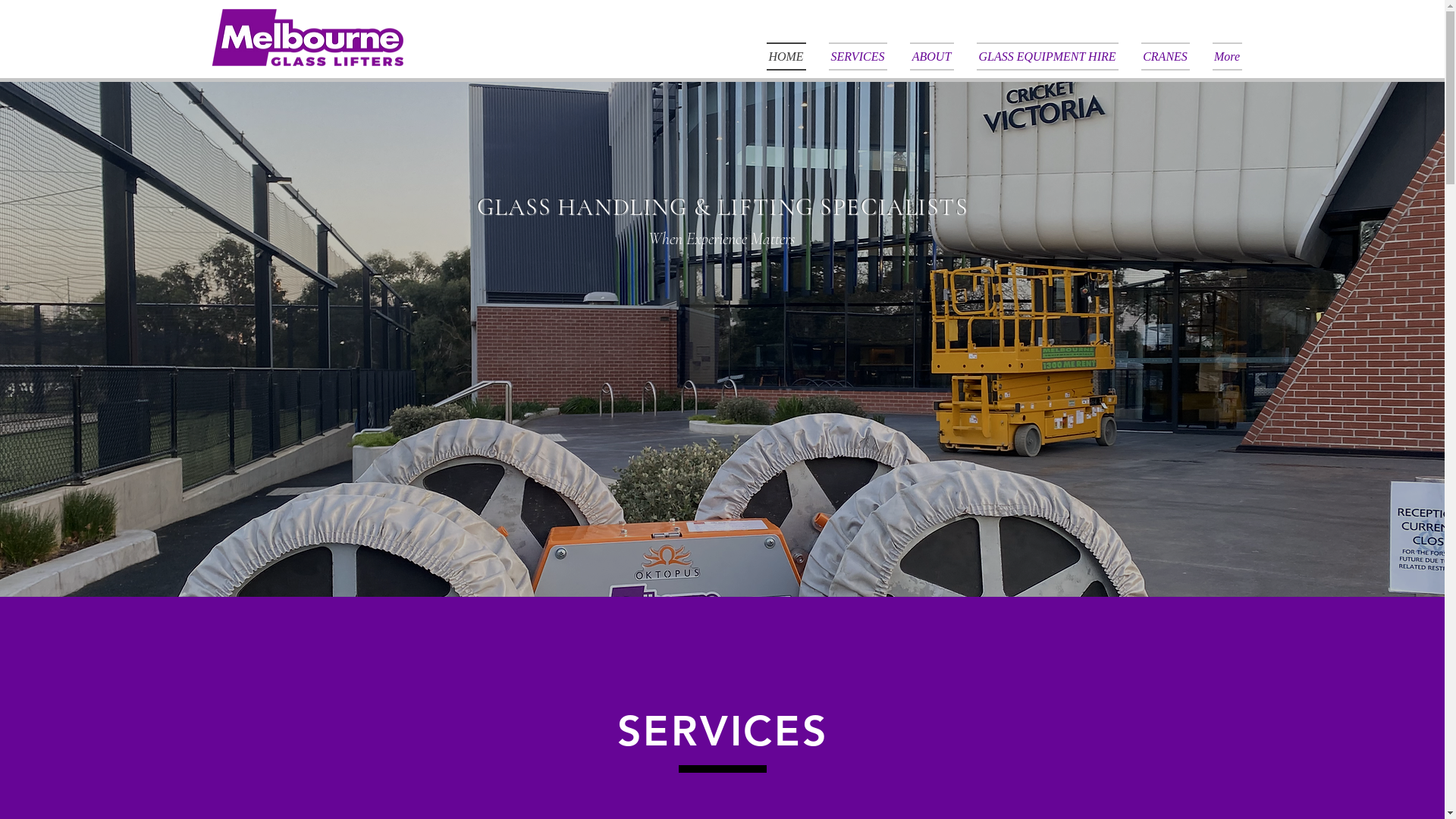 The height and width of the screenshot is (819, 1456). What do you see at coordinates (790, 55) in the screenshot?
I see `'HOME'` at bounding box center [790, 55].